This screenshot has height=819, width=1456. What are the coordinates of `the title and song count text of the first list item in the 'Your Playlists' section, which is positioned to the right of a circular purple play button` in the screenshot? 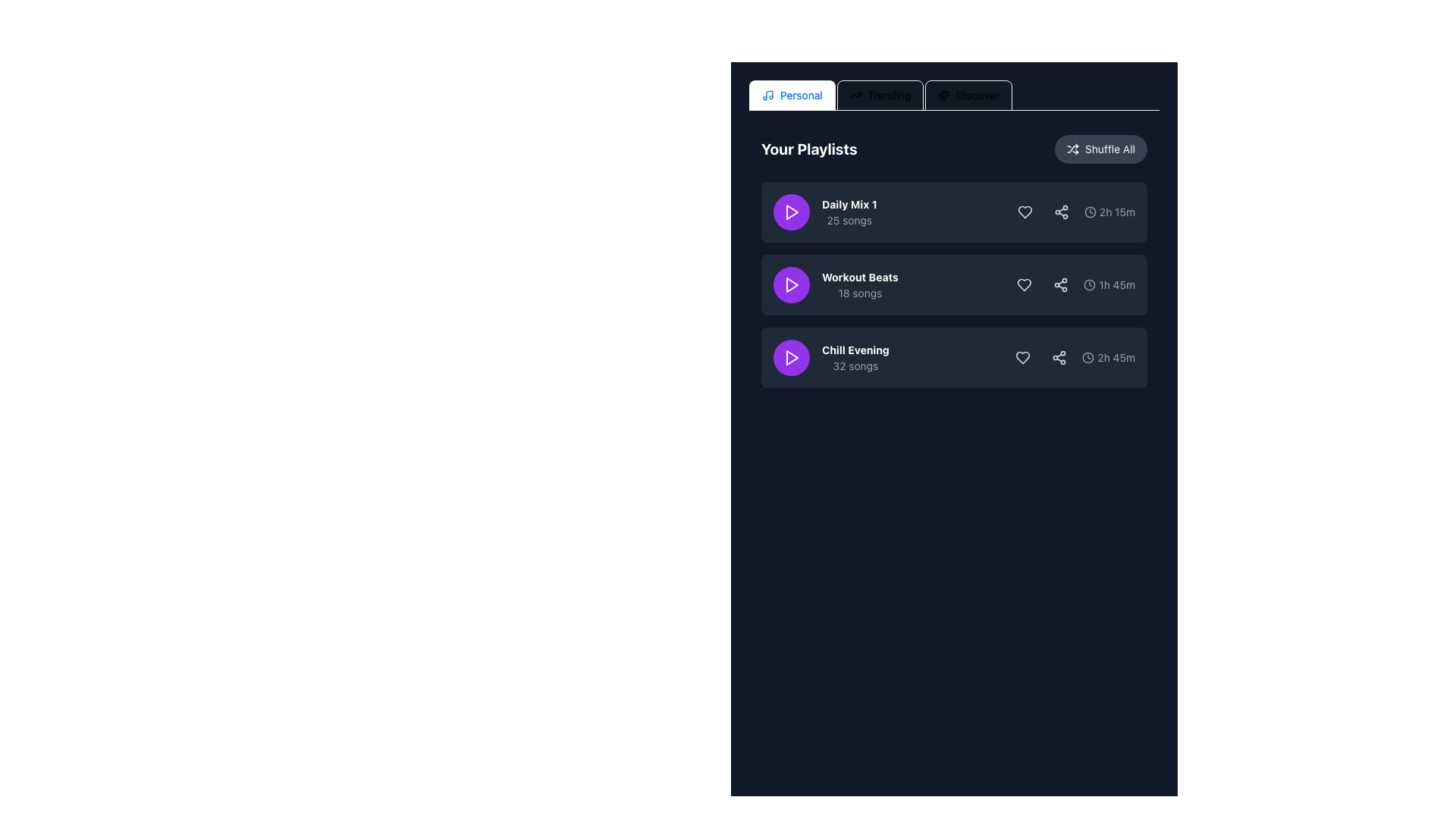 It's located at (849, 212).